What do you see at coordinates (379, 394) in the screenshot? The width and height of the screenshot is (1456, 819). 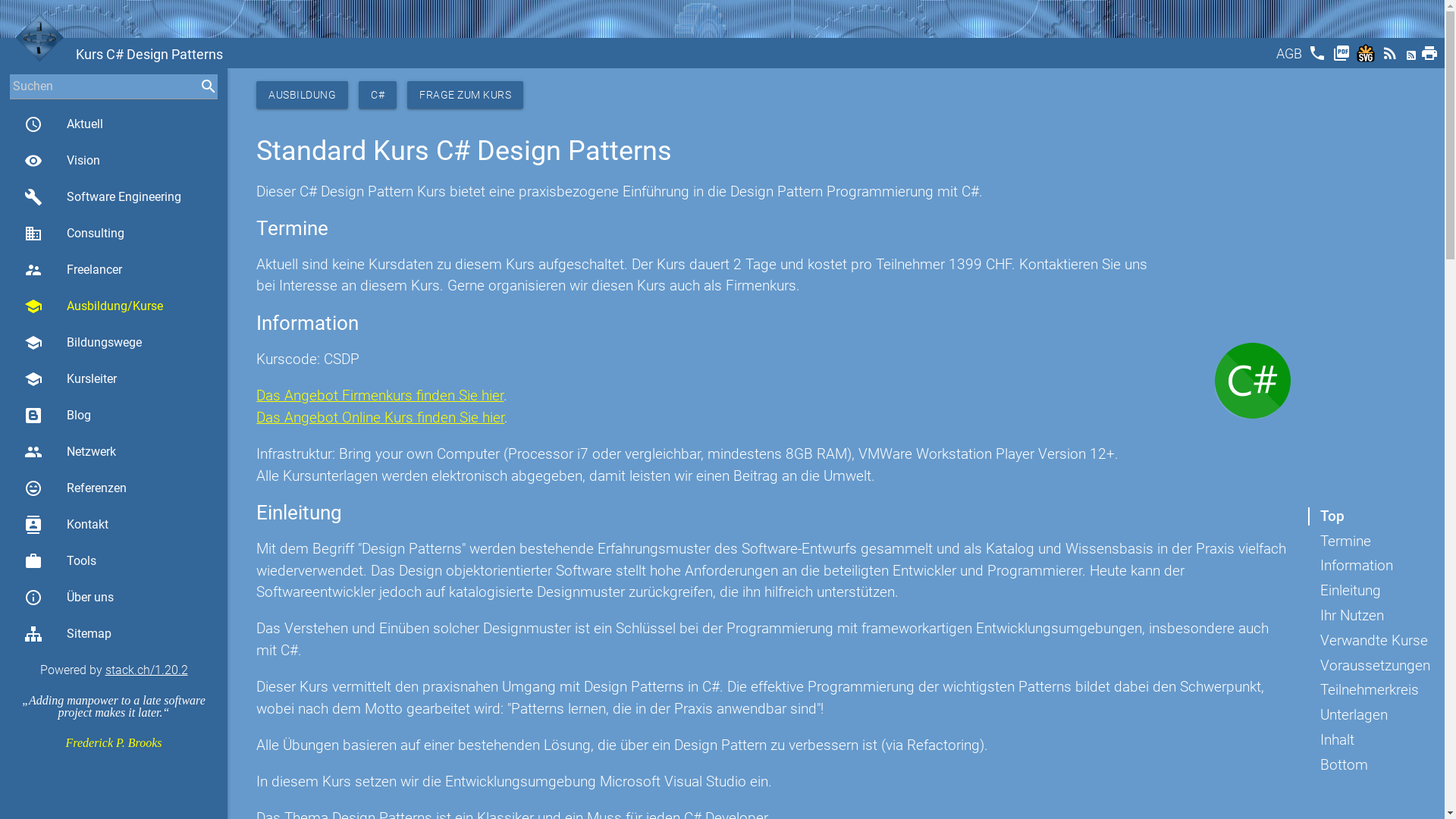 I see `'Das Angebot Firmenkurs finden Sie hier'` at bounding box center [379, 394].